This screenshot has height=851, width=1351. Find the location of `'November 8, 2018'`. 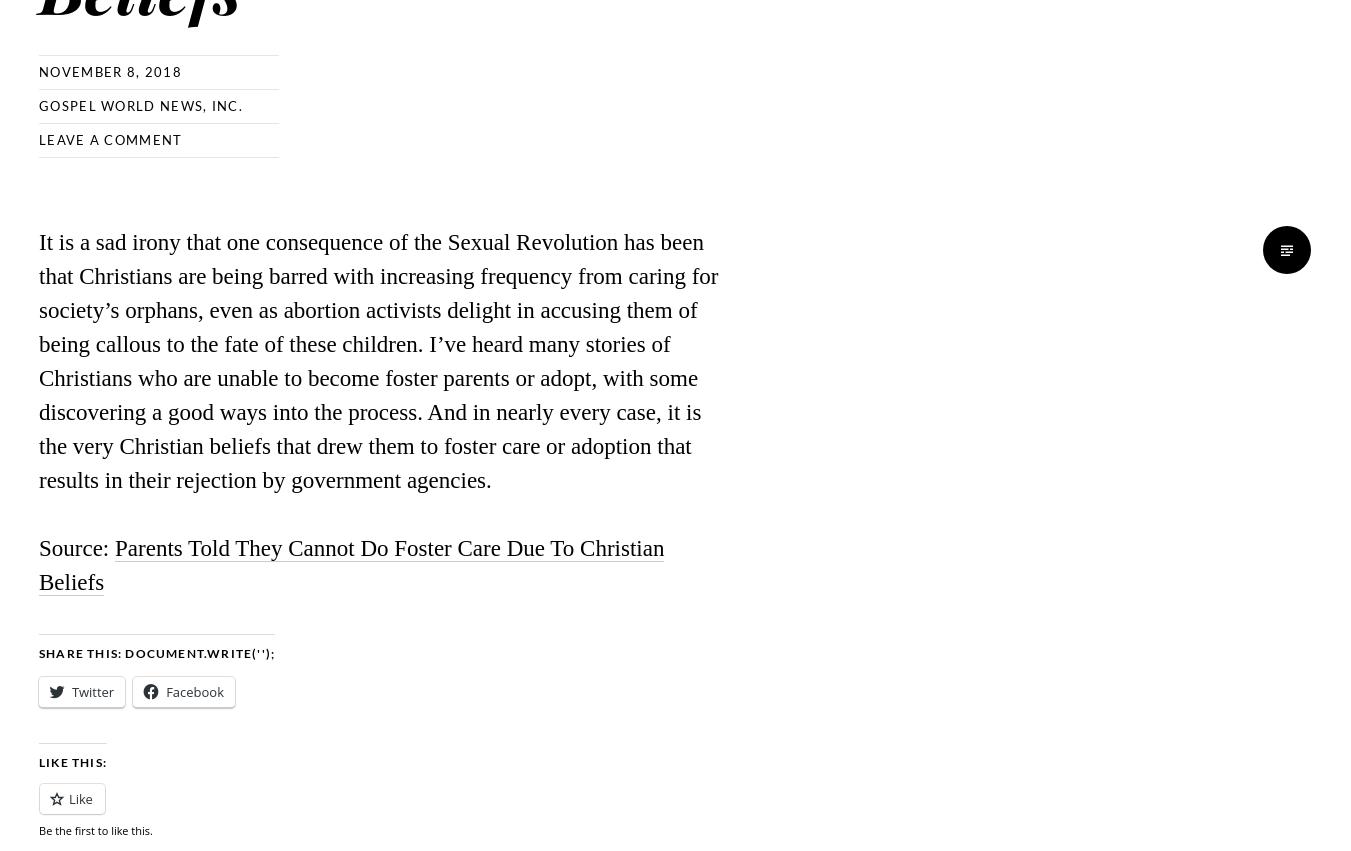

'November 8, 2018' is located at coordinates (109, 70).